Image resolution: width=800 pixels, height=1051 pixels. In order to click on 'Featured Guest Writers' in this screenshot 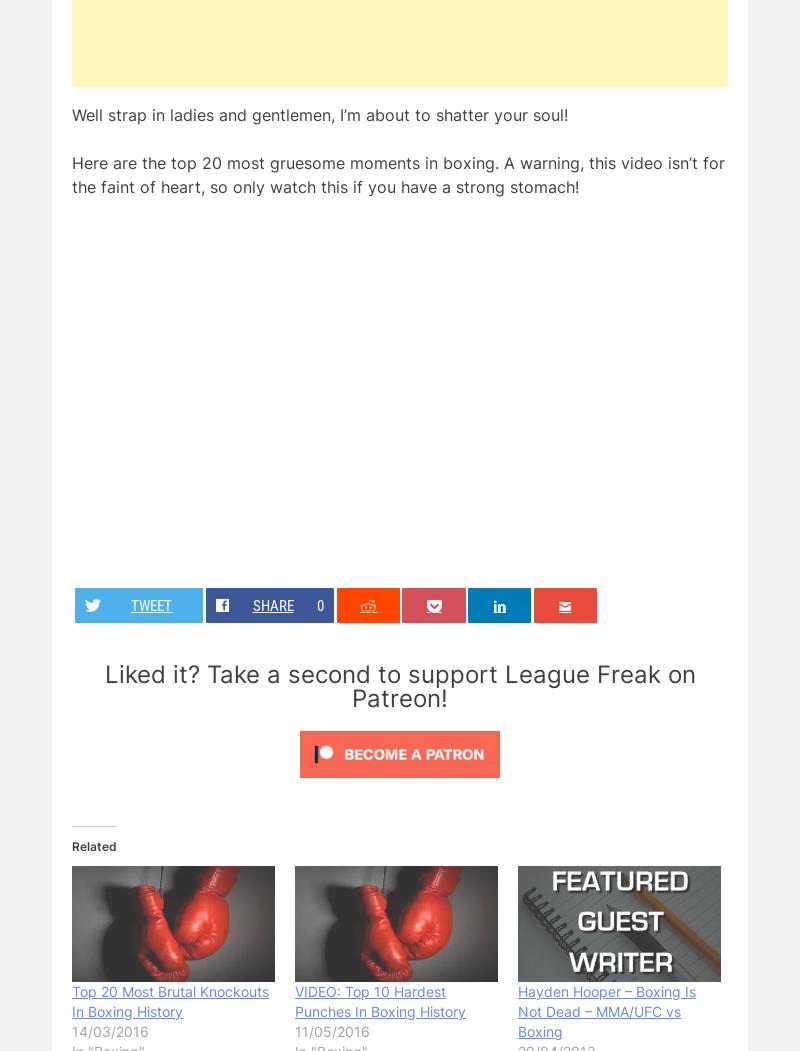, I will do `click(157, 795)`.